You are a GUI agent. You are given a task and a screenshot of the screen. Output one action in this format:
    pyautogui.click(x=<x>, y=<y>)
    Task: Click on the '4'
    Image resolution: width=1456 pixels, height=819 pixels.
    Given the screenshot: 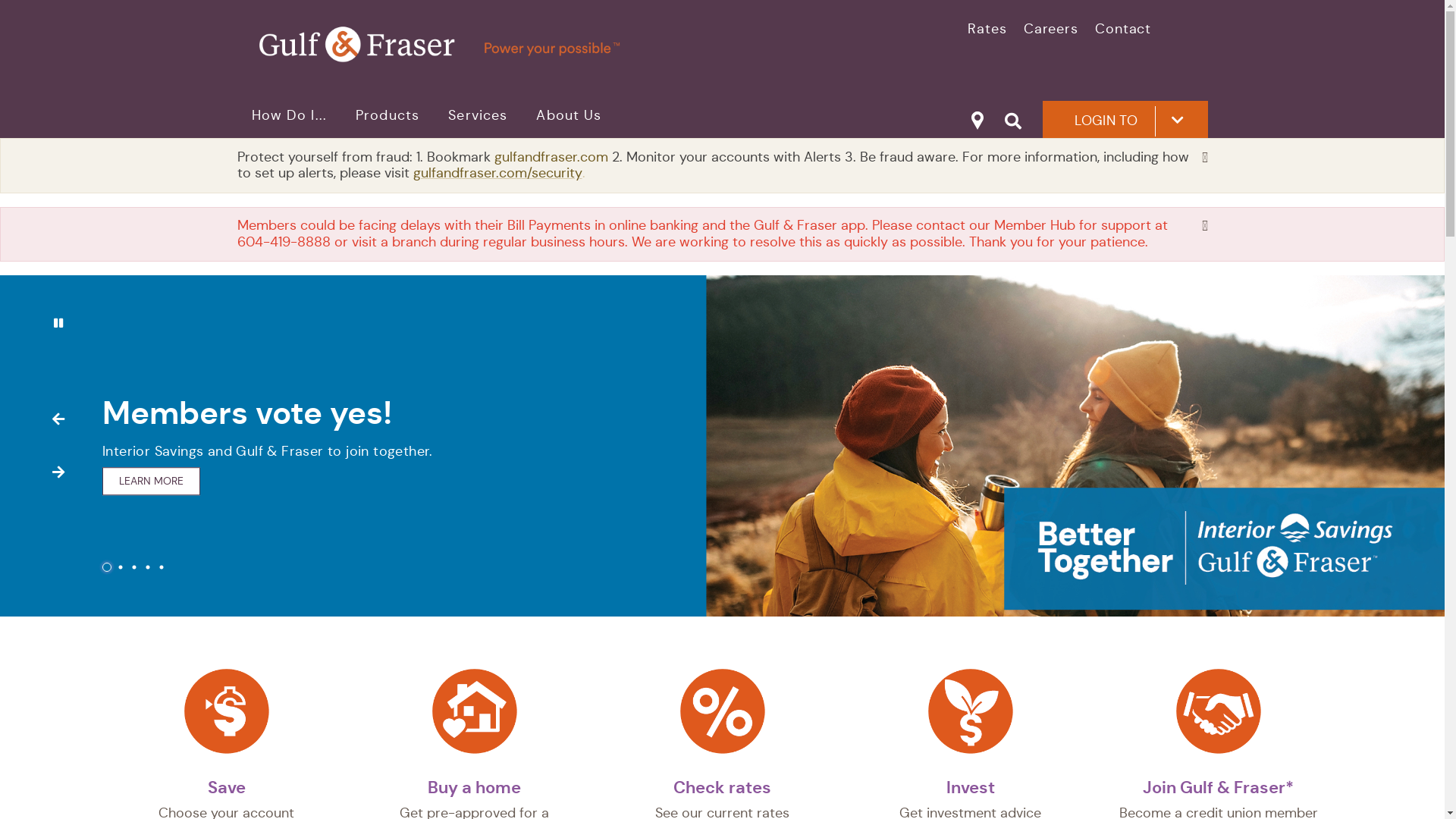 What is the action you would take?
    pyautogui.click(x=148, y=567)
    